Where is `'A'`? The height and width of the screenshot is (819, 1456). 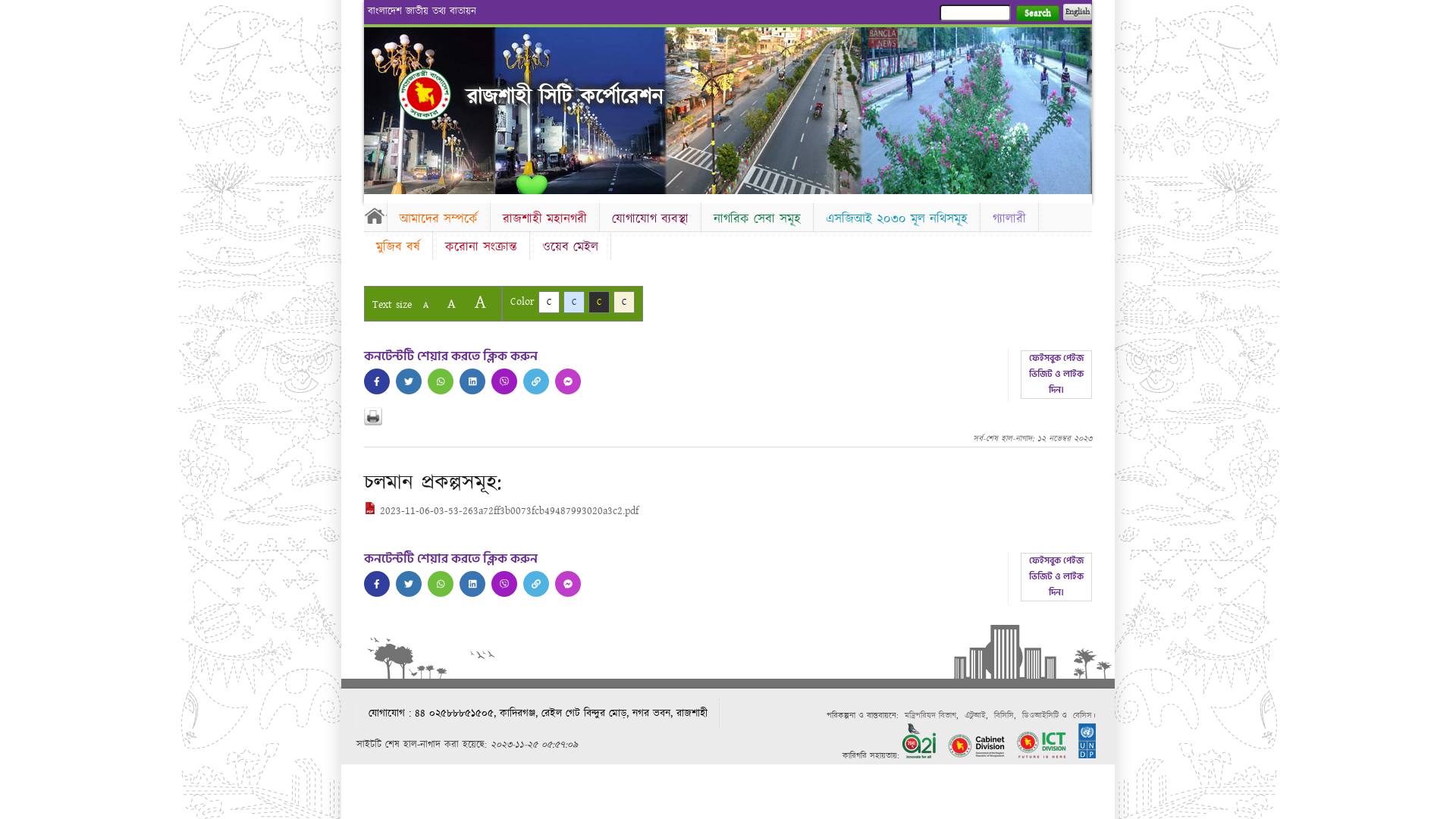
'A' is located at coordinates (466, 302).